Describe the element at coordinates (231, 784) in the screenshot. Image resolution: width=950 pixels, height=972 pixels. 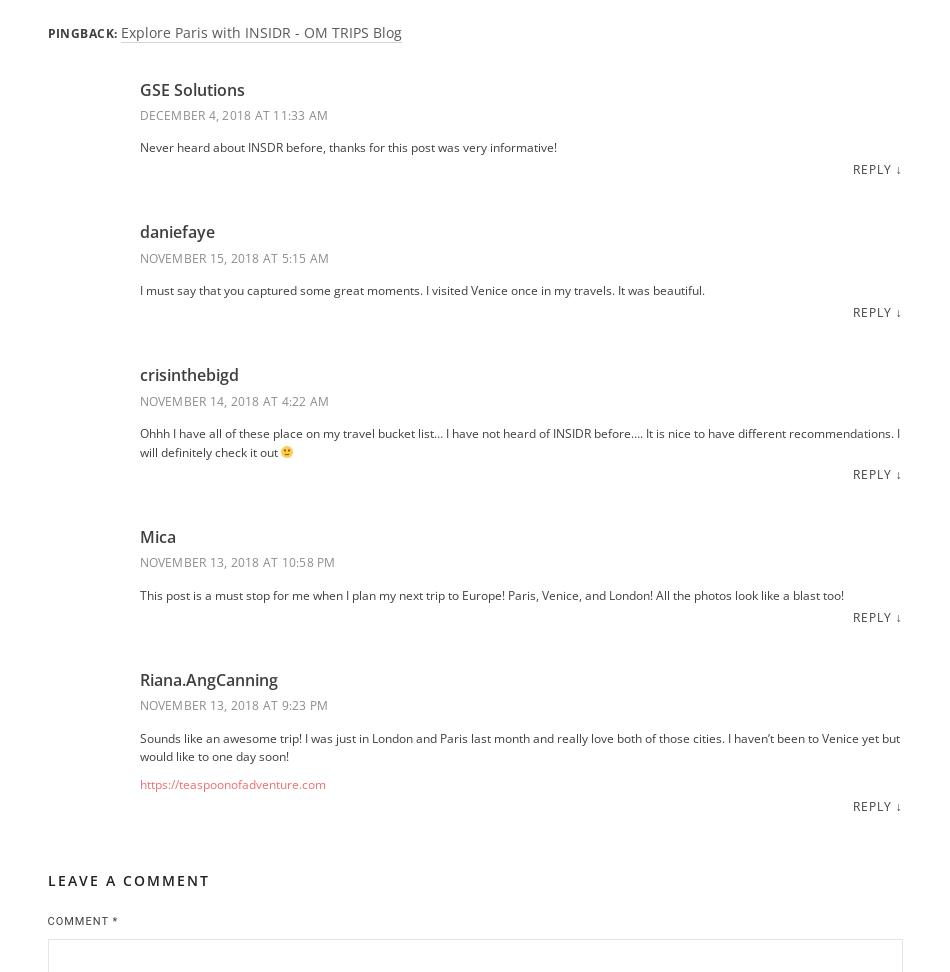
I see `'https://teaspoonofadventure.com'` at that location.